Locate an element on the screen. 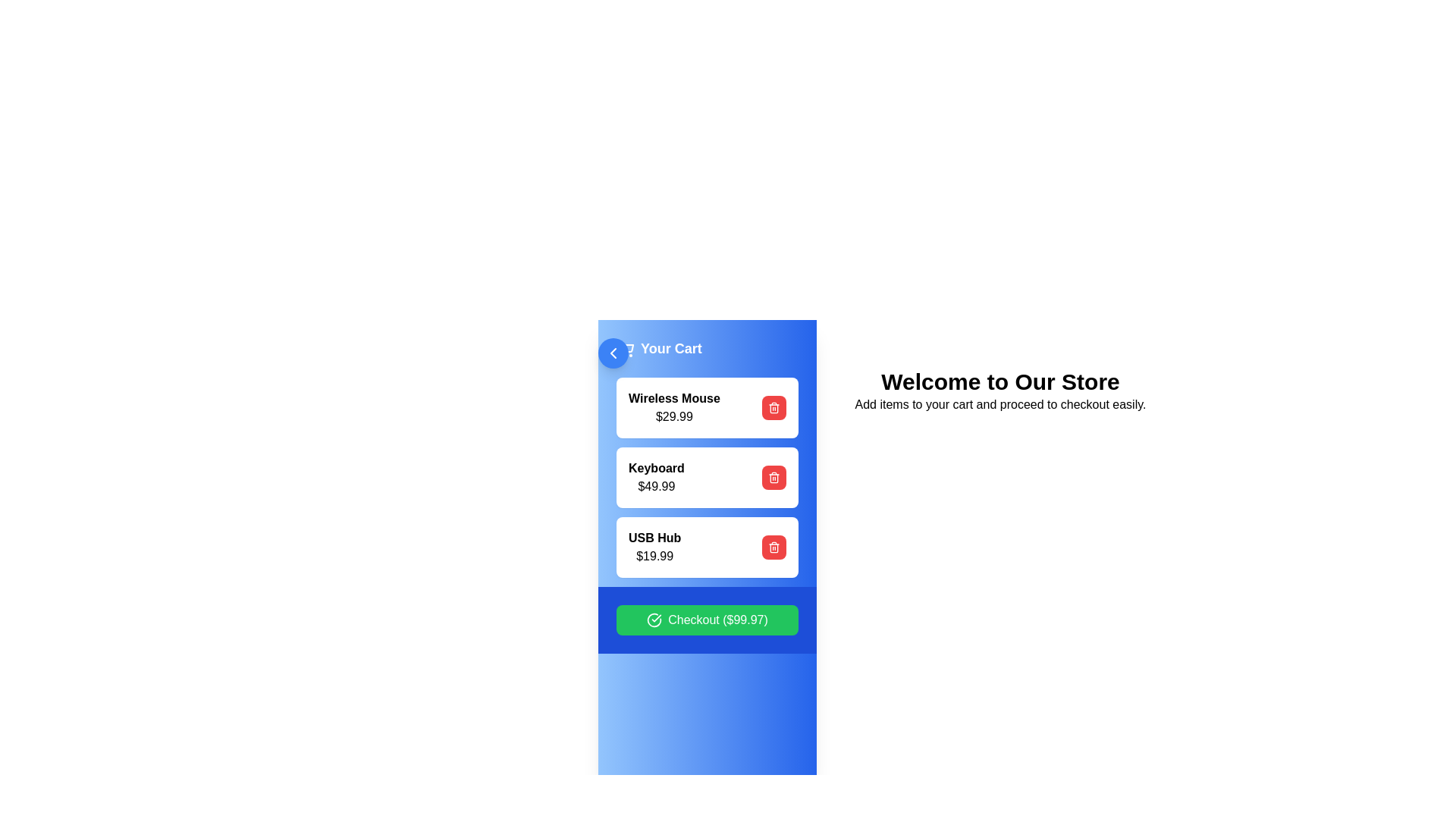  the checkout button located at the bottom of the sidebar with a blue background to initiate the checkout process is located at coordinates (706, 620).